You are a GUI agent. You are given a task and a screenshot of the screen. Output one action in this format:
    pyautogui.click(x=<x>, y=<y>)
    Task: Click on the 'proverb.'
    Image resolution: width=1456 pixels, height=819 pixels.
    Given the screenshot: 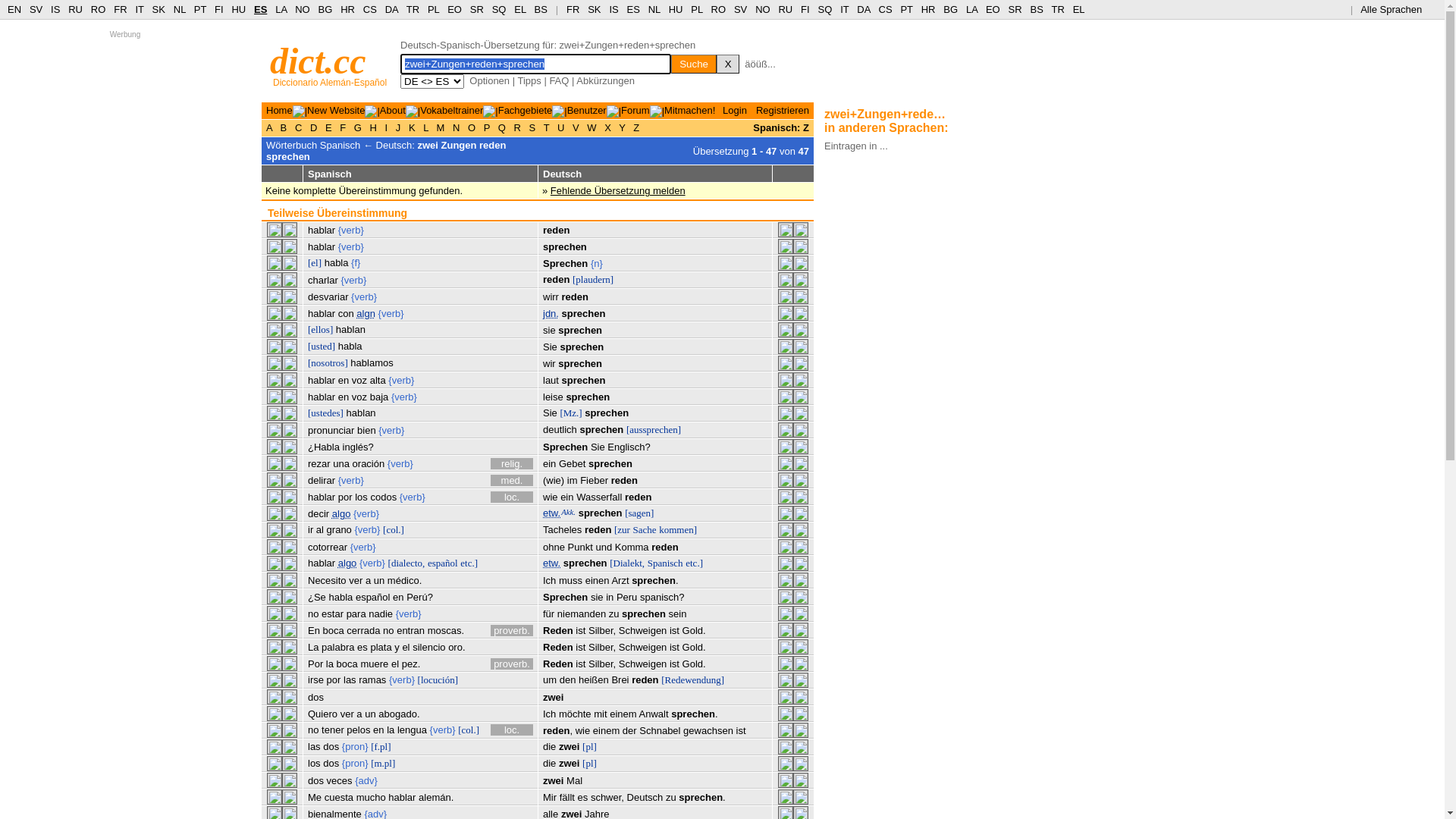 What is the action you would take?
    pyautogui.click(x=512, y=663)
    